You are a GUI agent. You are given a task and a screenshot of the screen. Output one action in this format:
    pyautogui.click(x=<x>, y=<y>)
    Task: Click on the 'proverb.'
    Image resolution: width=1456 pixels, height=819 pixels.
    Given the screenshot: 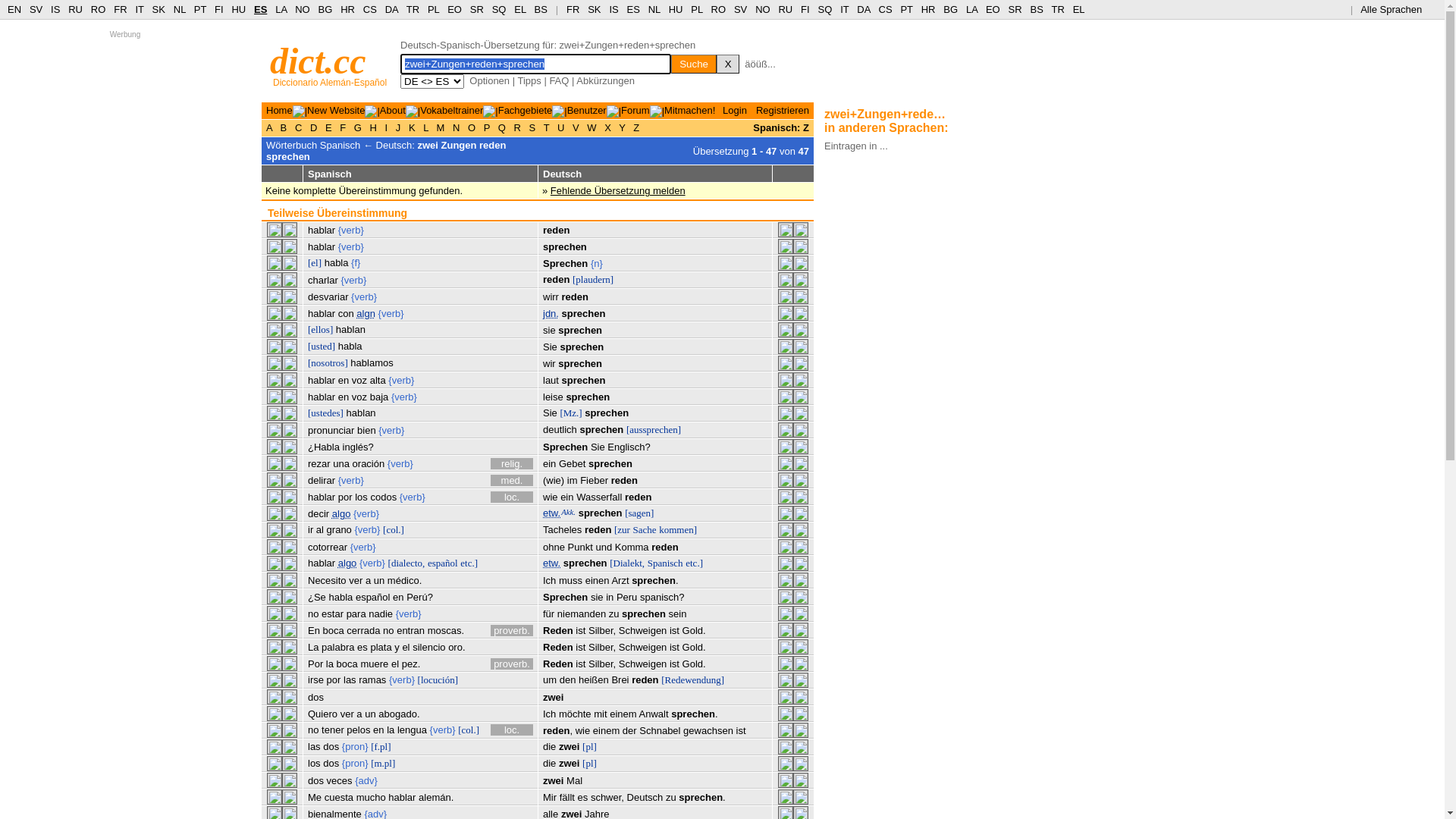 What is the action you would take?
    pyautogui.click(x=512, y=663)
    